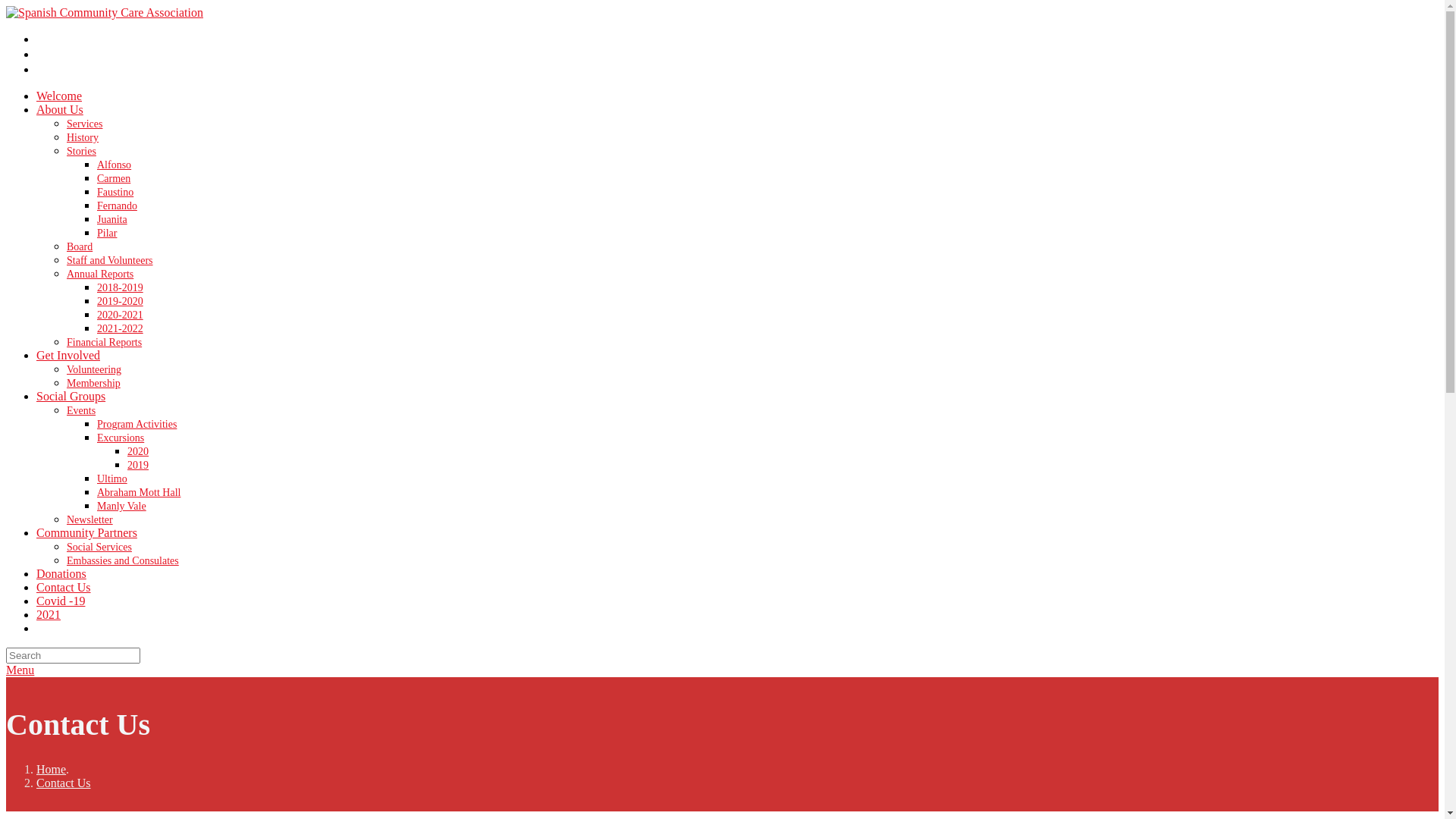 The width and height of the screenshot is (1456, 819). What do you see at coordinates (93, 382) in the screenshot?
I see `'Membership'` at bounding box center [93, 382].